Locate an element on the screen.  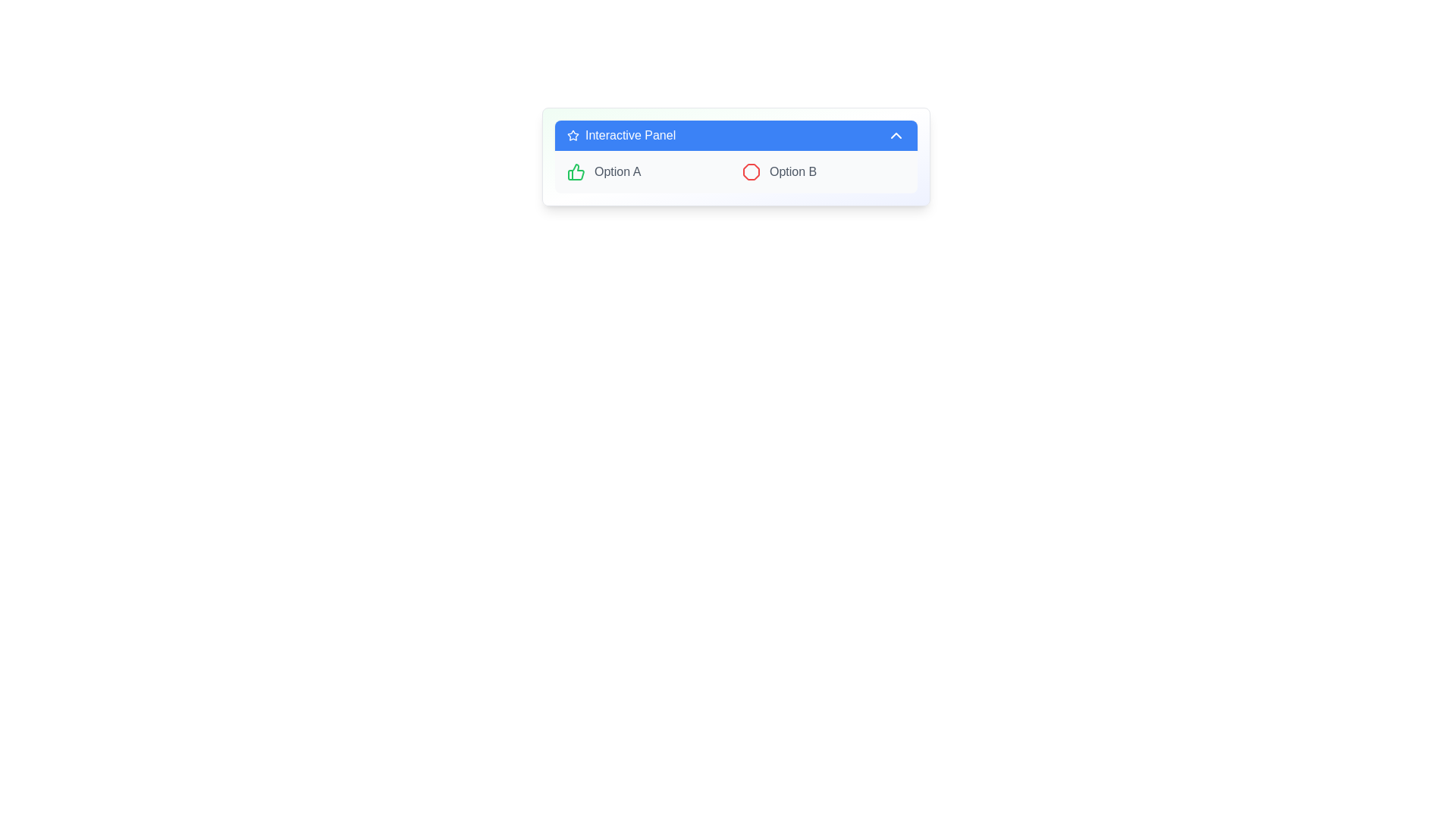
the star icon located in the blue panel labeled 'Interactive Panel' to the left of the panel's text label is located at coordinates (572, 134).